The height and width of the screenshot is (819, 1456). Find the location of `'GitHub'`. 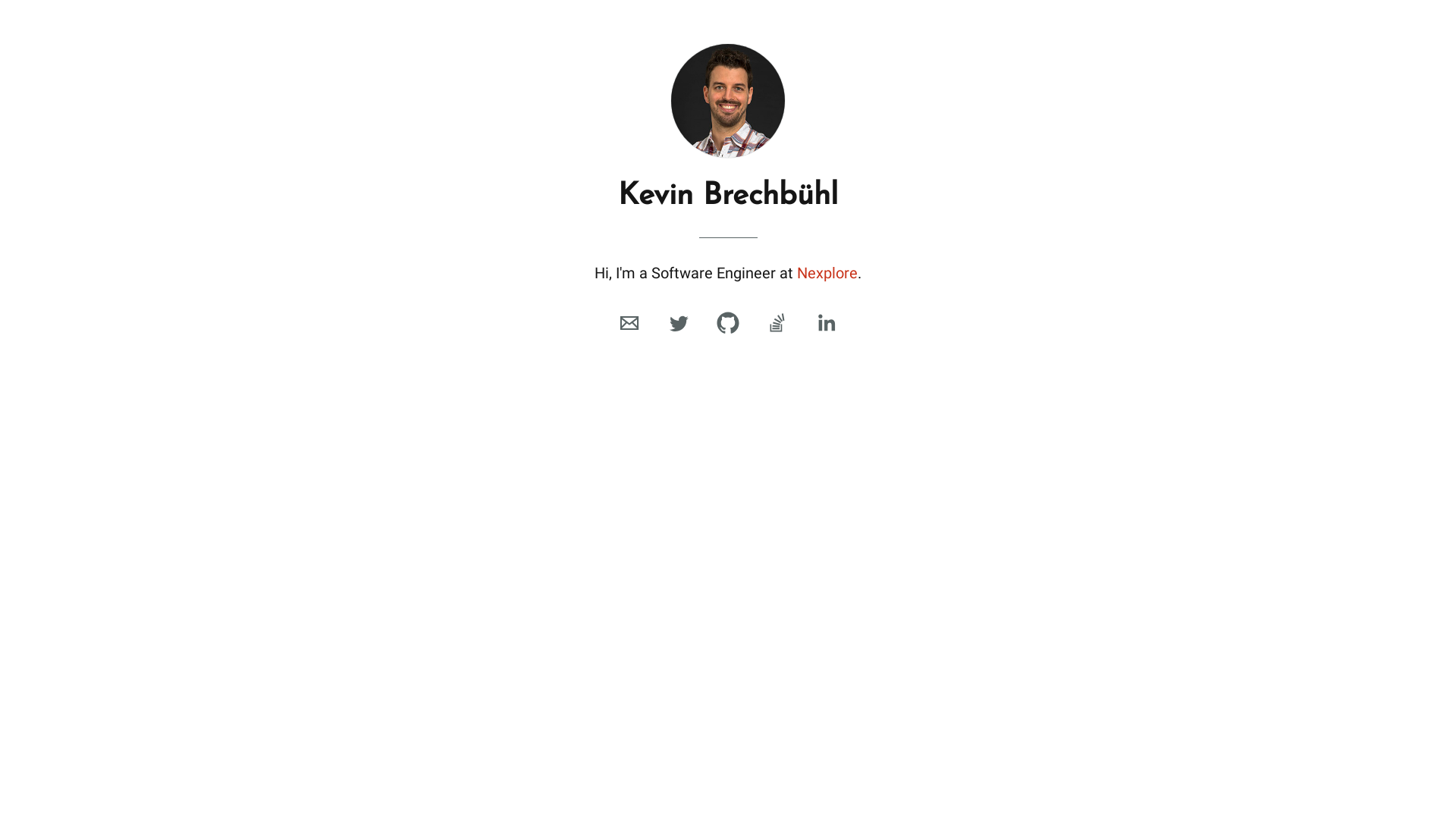

'GitHub' is located at coordinates (728, 322).